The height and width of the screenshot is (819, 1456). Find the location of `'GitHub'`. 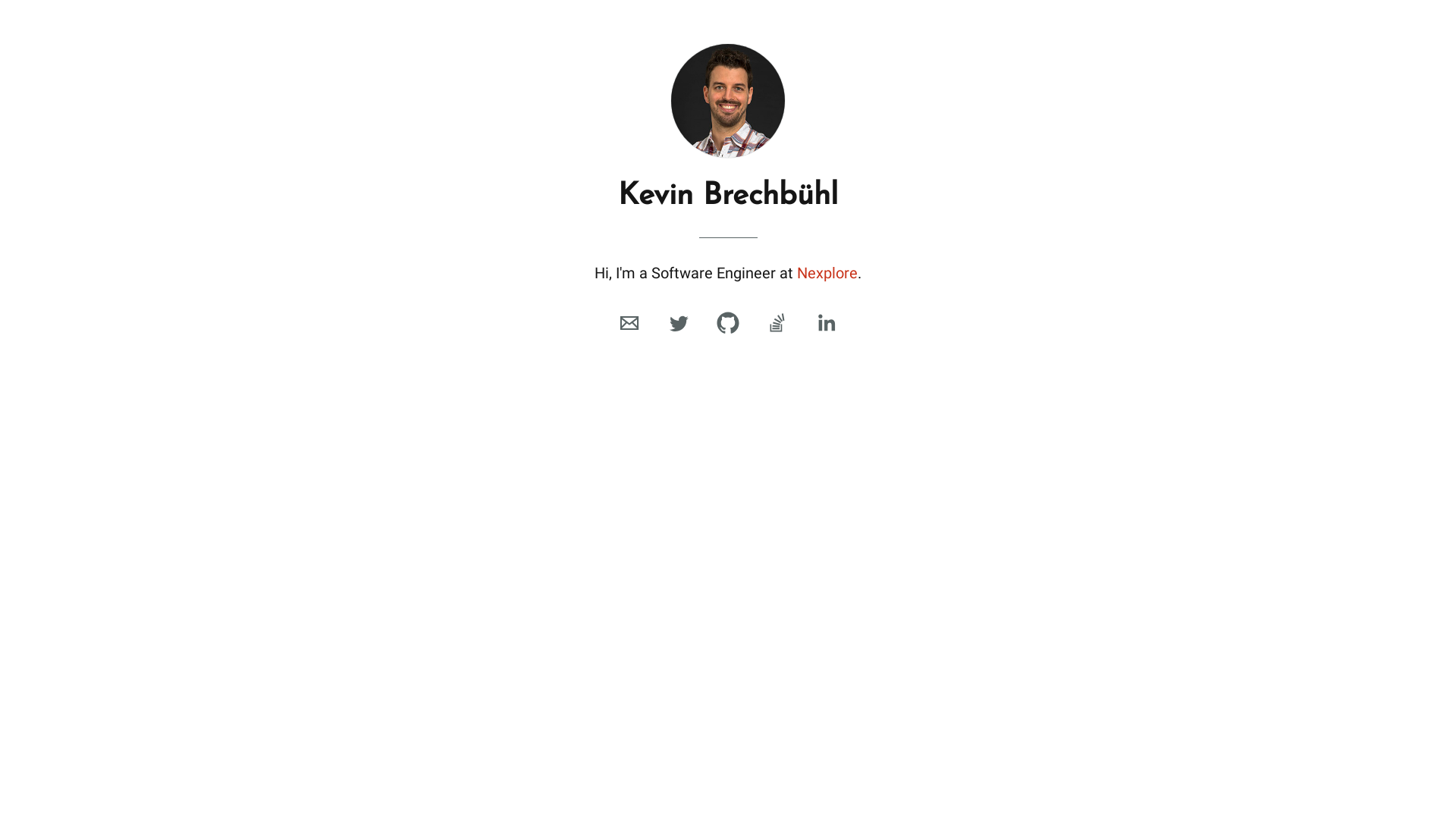

'GitHub' is located at coordinates (728, 322).